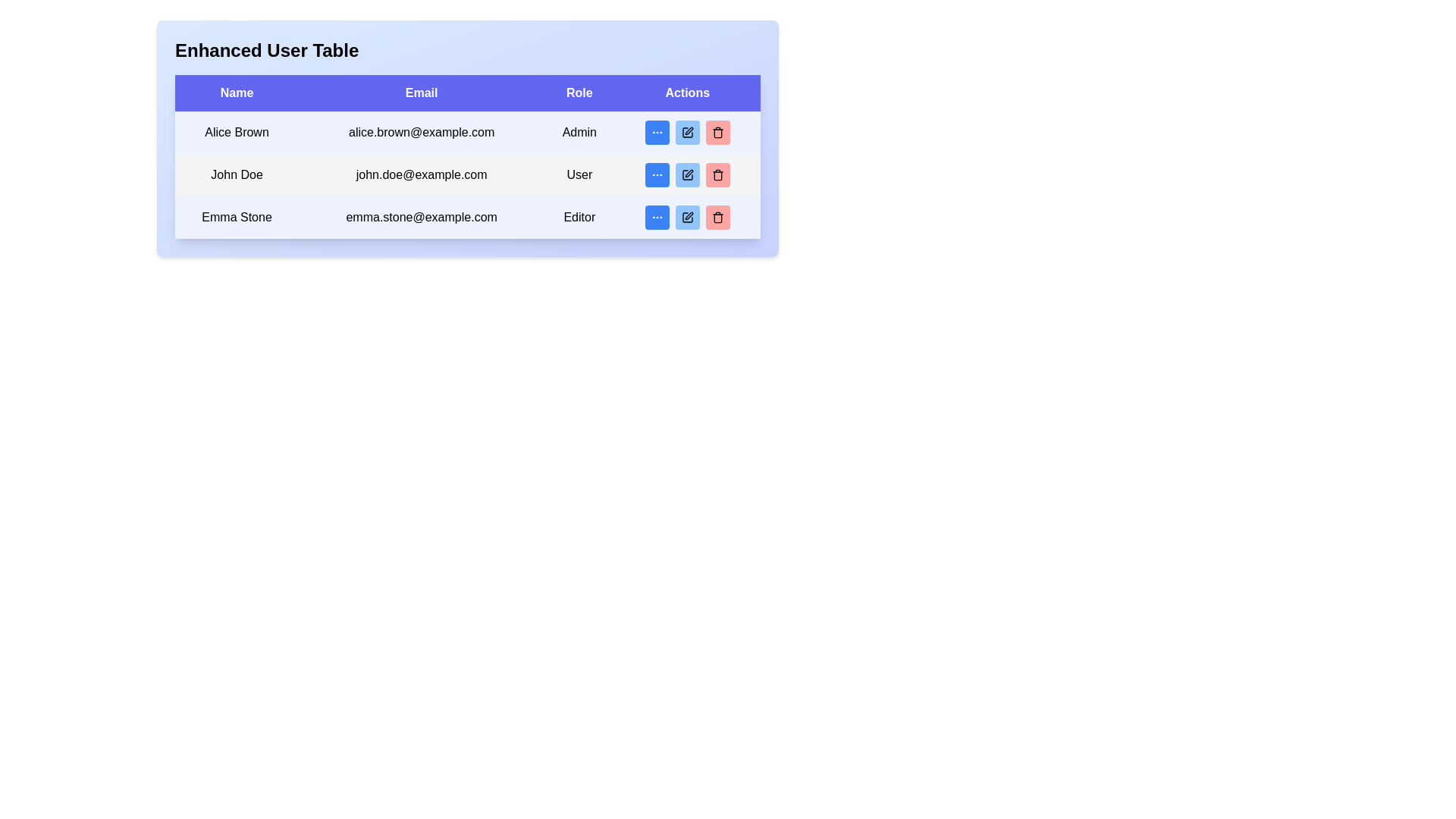 This screenshot has height=819, width=1456. What do you see at coordinates (686, 131) in the screenshot?
I see `the editing button for the row labeled 'Alice Brown' to enable keyboard navigation` at bounding box center [686, 131].